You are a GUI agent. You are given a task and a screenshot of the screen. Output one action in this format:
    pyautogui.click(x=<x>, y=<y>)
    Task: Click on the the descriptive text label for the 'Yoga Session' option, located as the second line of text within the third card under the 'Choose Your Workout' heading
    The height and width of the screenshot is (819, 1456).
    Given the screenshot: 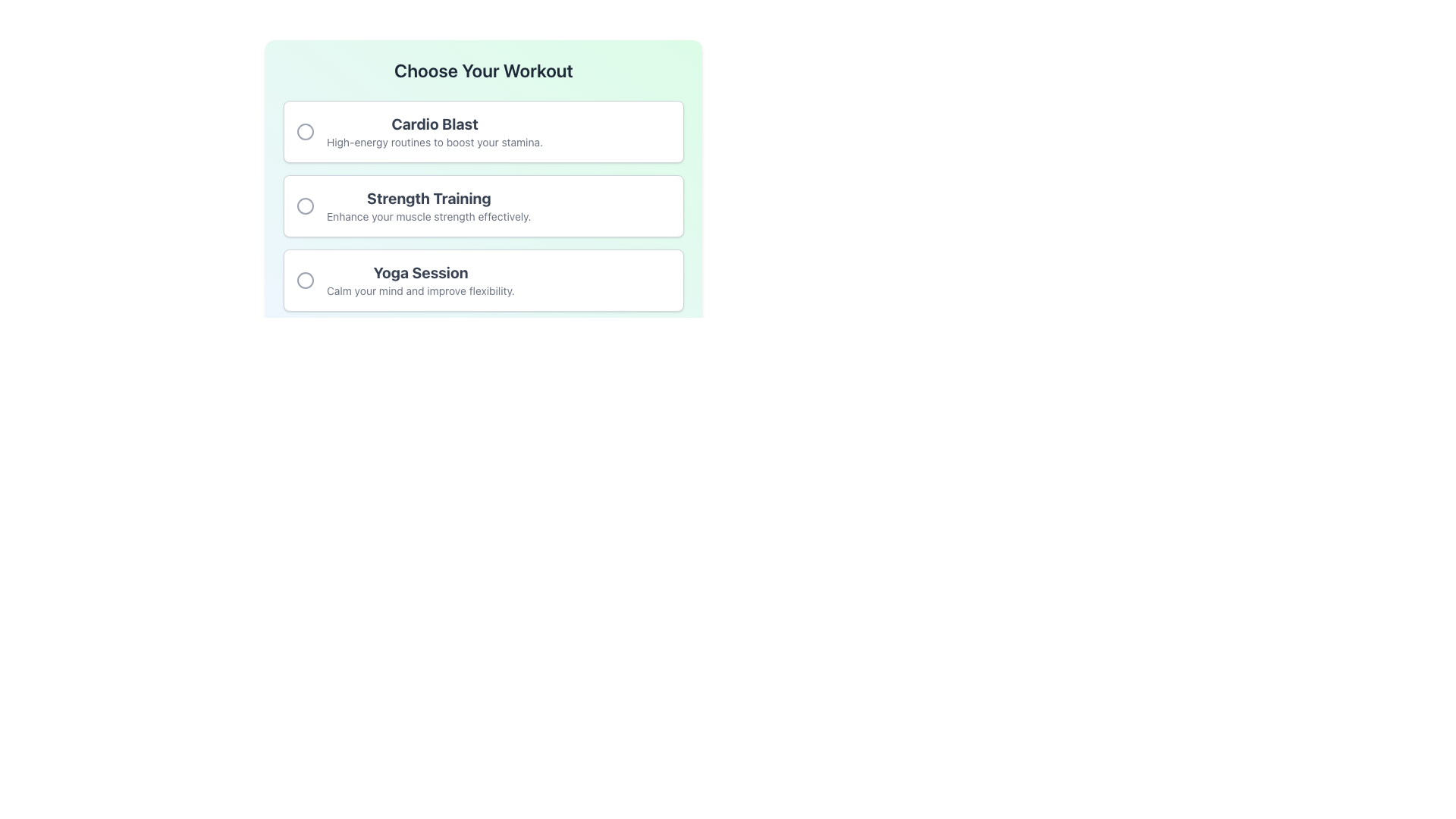 What is the action you would take?
    pyautogui.click(x=420, y=291)
    